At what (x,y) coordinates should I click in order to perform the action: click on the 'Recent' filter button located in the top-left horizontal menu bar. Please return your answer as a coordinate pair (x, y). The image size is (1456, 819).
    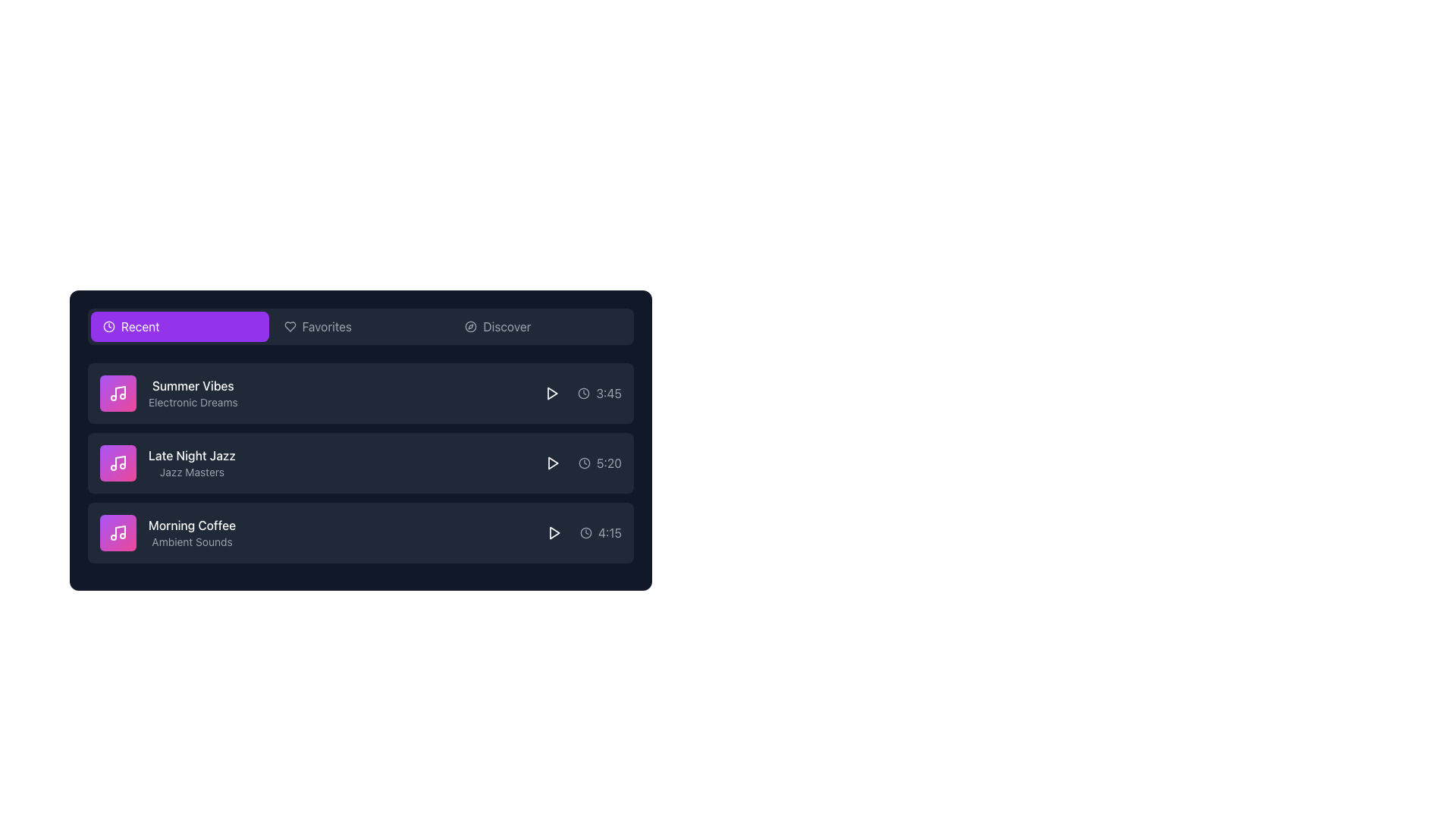
    Looking at the image, I should click on (180, 326).